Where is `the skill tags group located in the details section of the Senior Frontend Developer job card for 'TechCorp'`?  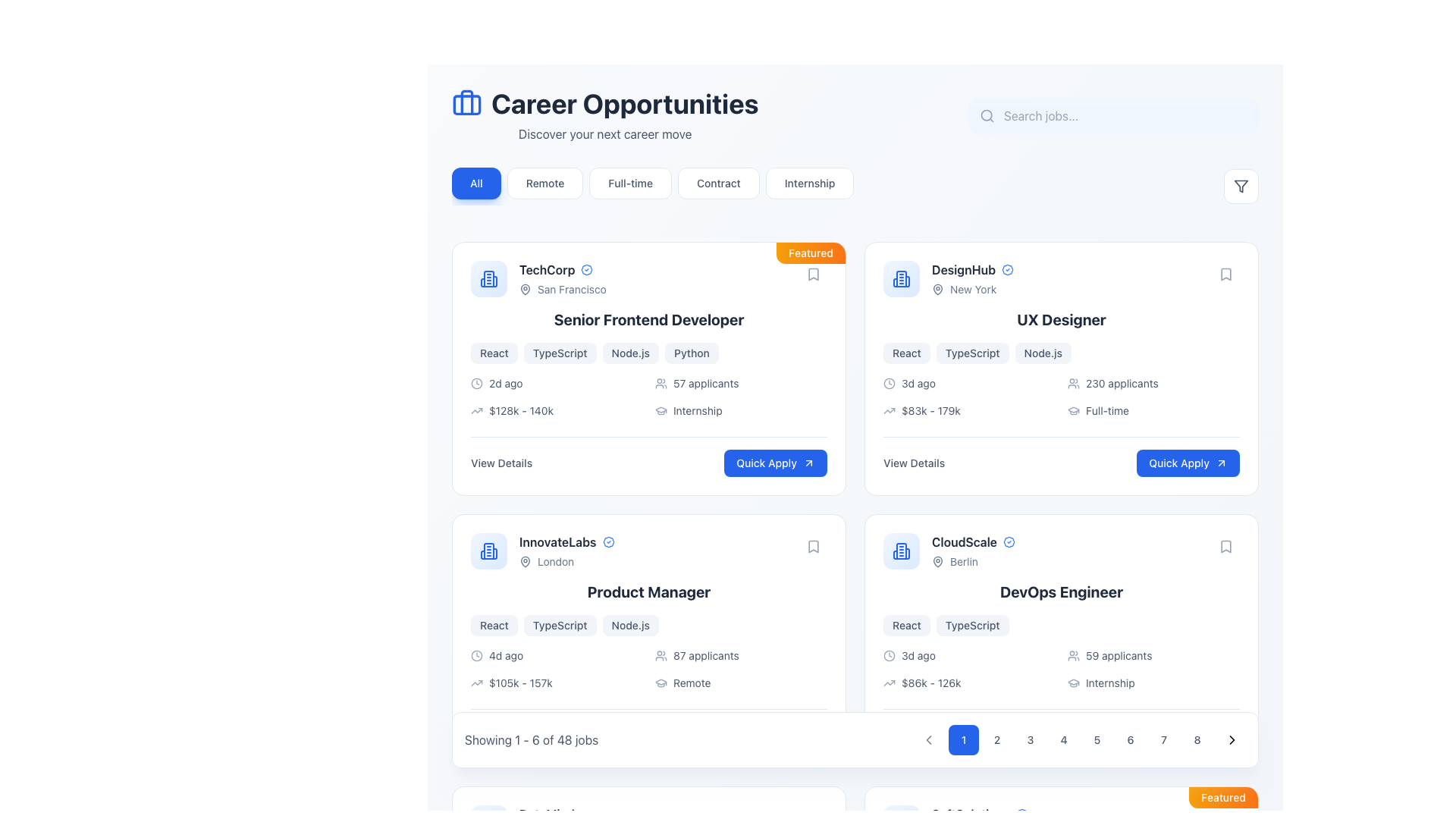
the skill tags group located in the details section of the Senior Frontend Developer job card for 'TechCorp' is located at coordinates (648, 353).